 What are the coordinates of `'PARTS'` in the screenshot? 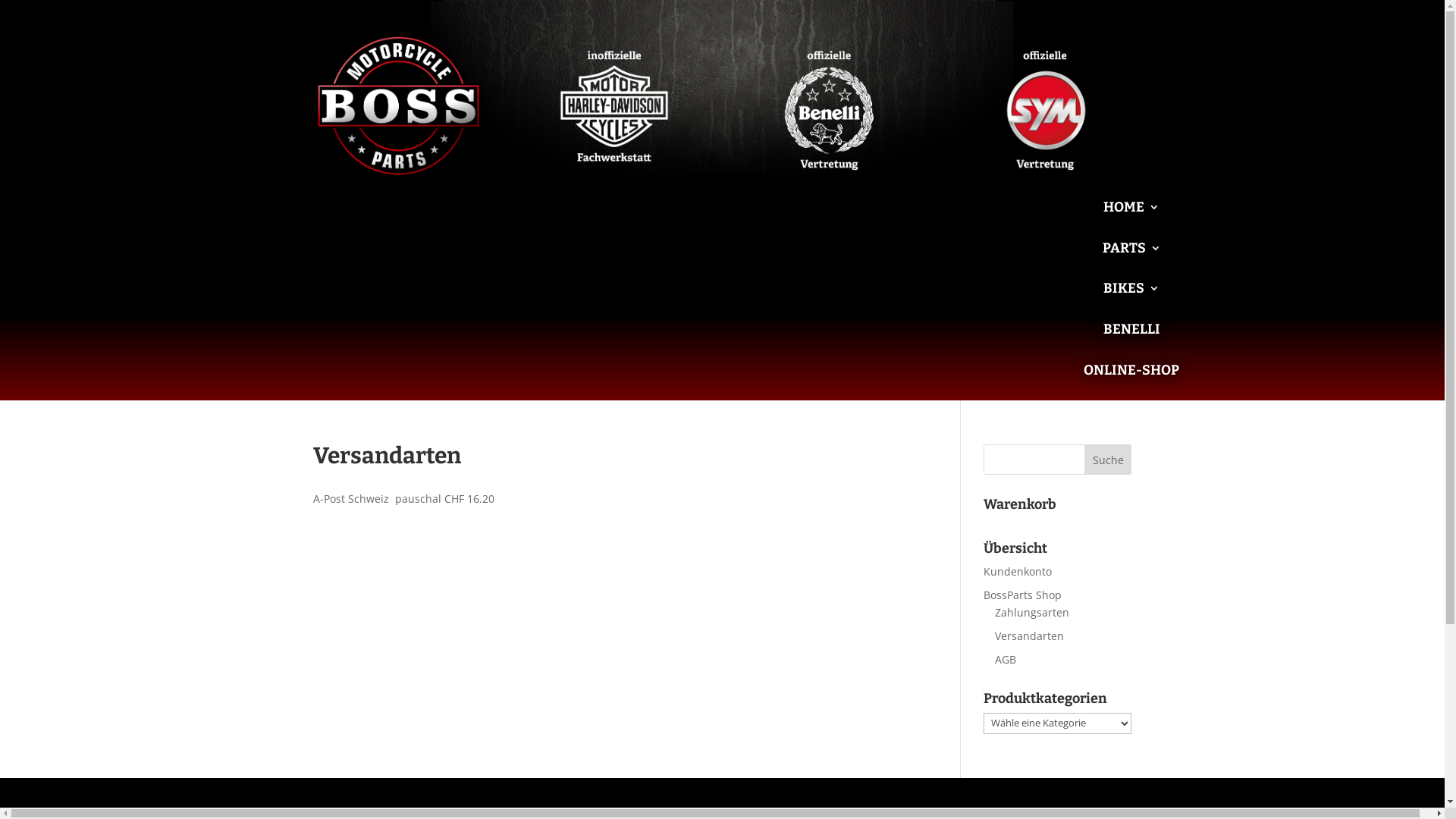 It's located at (1103, 259).